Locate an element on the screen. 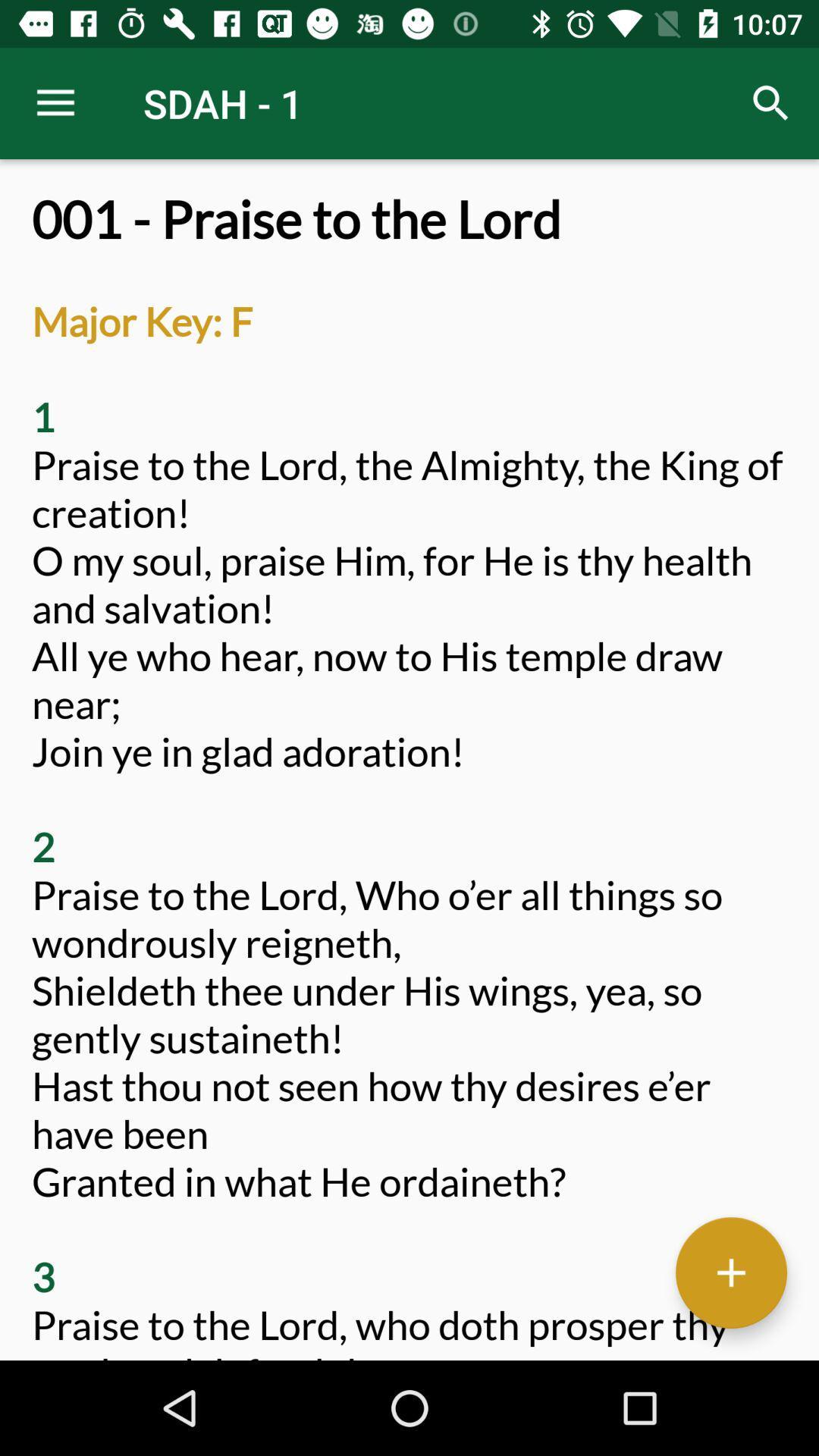  the item next to the sdah - 1 icon is located at coordinates (771, 102).